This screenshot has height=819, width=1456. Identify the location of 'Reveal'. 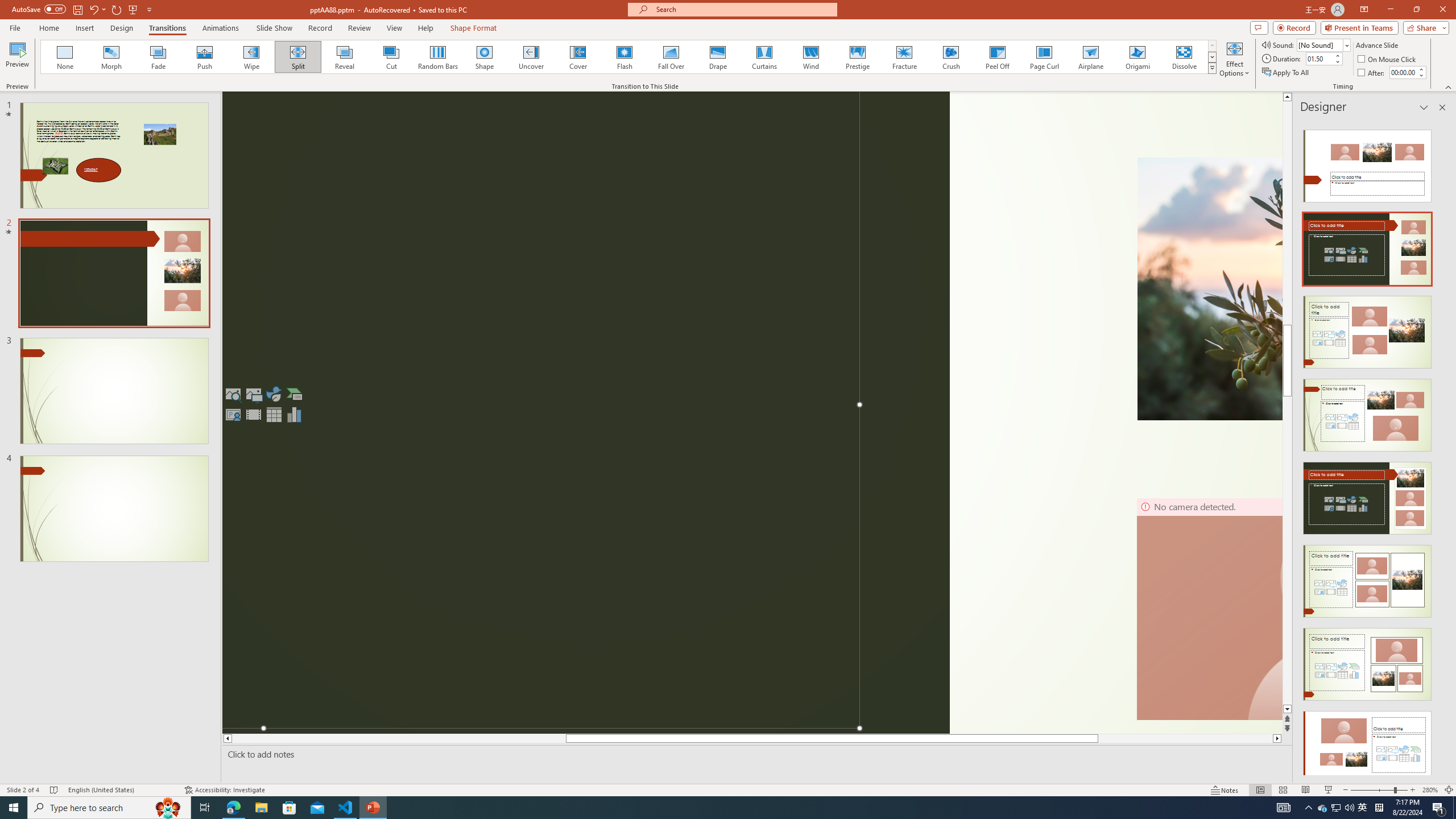
(345, 56).